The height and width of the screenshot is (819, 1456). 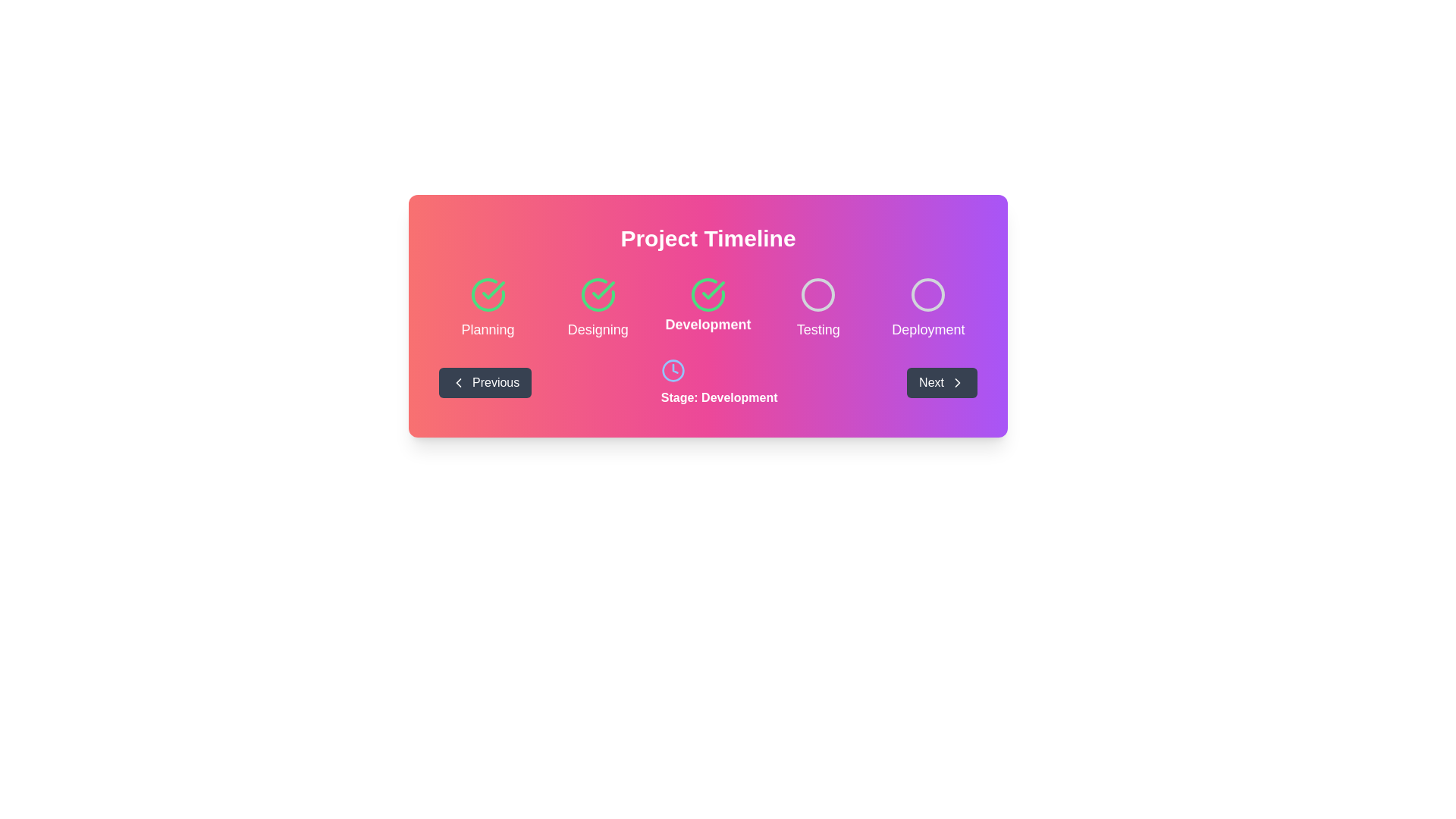 What do you see at coordinates (707, 327) in the screenshot?
I see `the text label displaying 'Development' which is styled in bold and larger size, and is located centrally below a checked circle icon` at bounding box center [707, 327].